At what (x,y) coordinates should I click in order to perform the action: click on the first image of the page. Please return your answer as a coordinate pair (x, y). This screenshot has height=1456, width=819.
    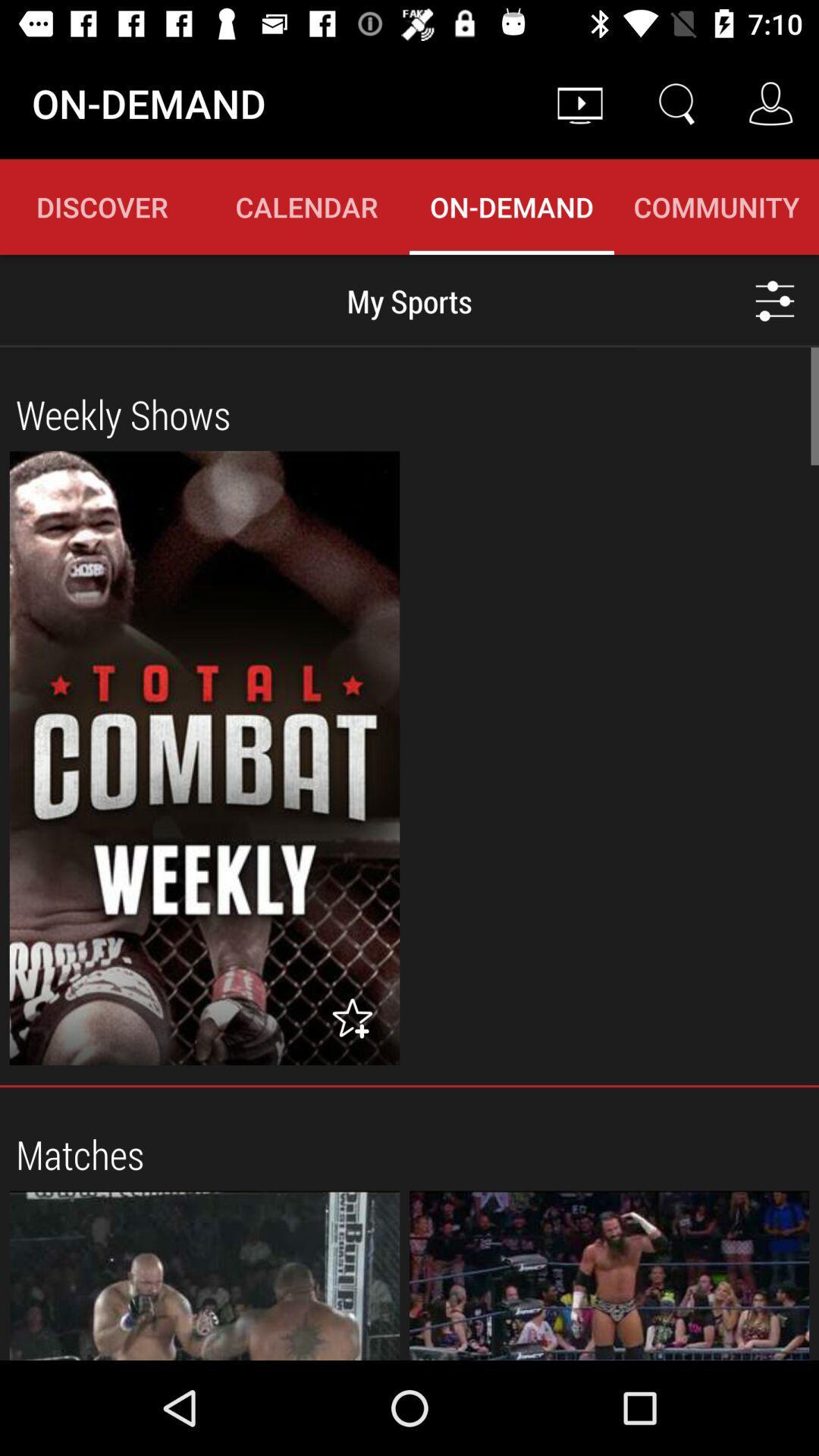
    Looking at the image, I should click on (205, 758).